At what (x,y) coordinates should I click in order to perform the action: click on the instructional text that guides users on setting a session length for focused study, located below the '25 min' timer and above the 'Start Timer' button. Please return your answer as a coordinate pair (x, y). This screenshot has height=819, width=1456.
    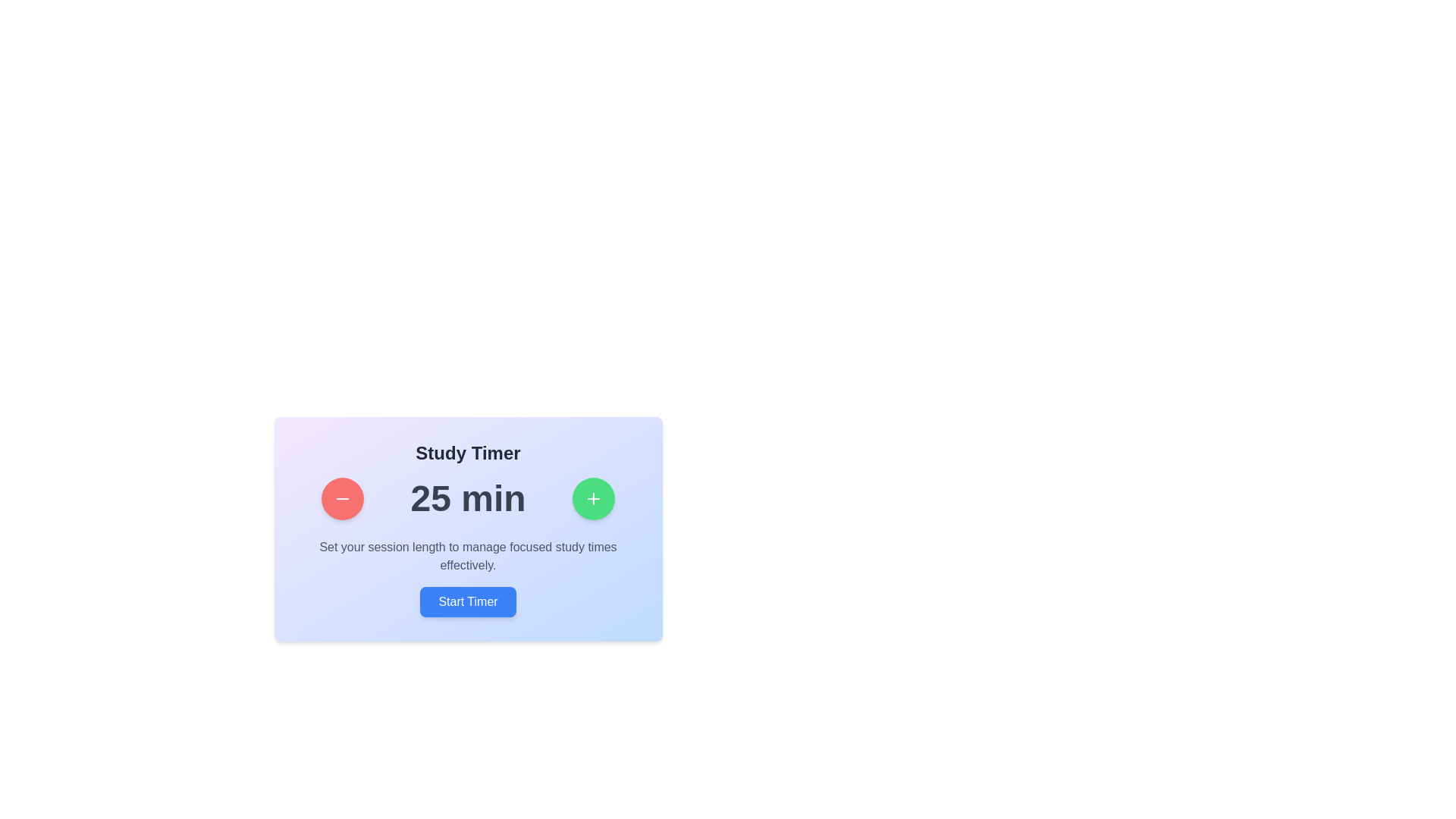
    Looking at the image, I should click on (467, 556).